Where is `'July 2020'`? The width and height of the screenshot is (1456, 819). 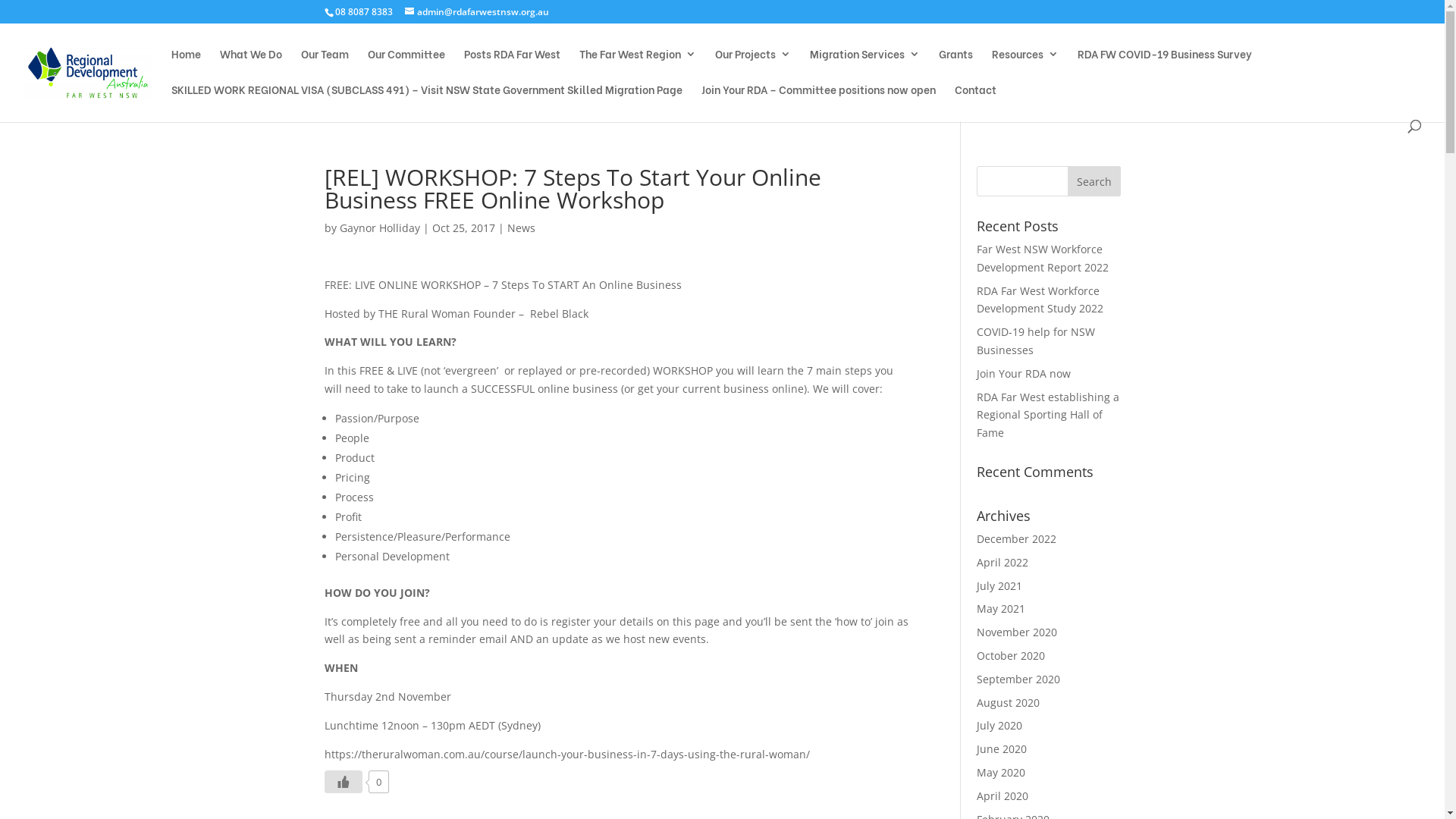 'July 2020' is located at coordinates (999, 724).